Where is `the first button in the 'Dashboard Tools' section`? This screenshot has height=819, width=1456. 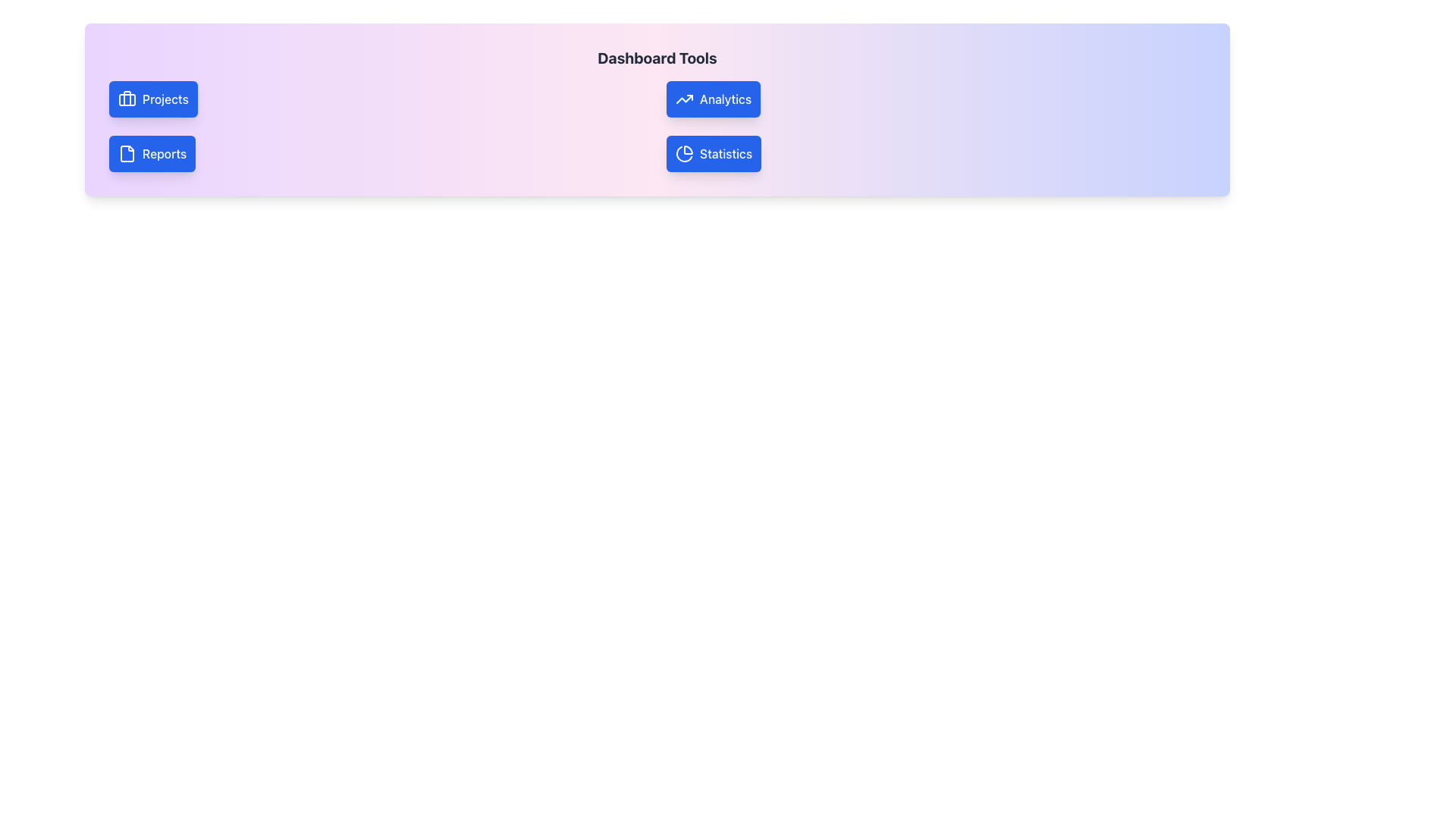
the first button in the 'Dashboard Tools' section is located at coordinates (712, 99).